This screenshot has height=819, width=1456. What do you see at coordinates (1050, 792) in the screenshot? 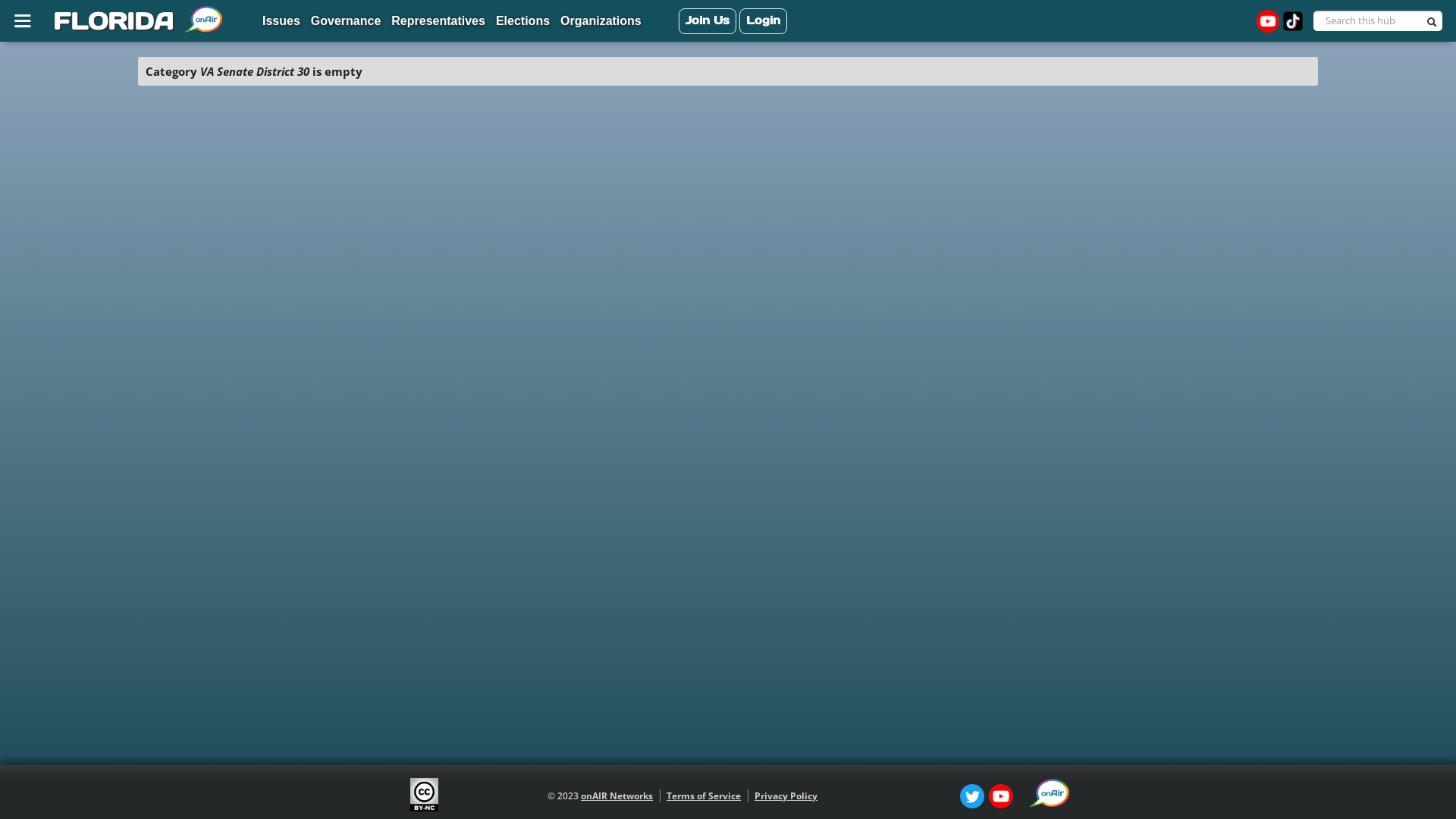
I see `'onAIR Icon [external resource]'` at bounding box center [1050, 792].